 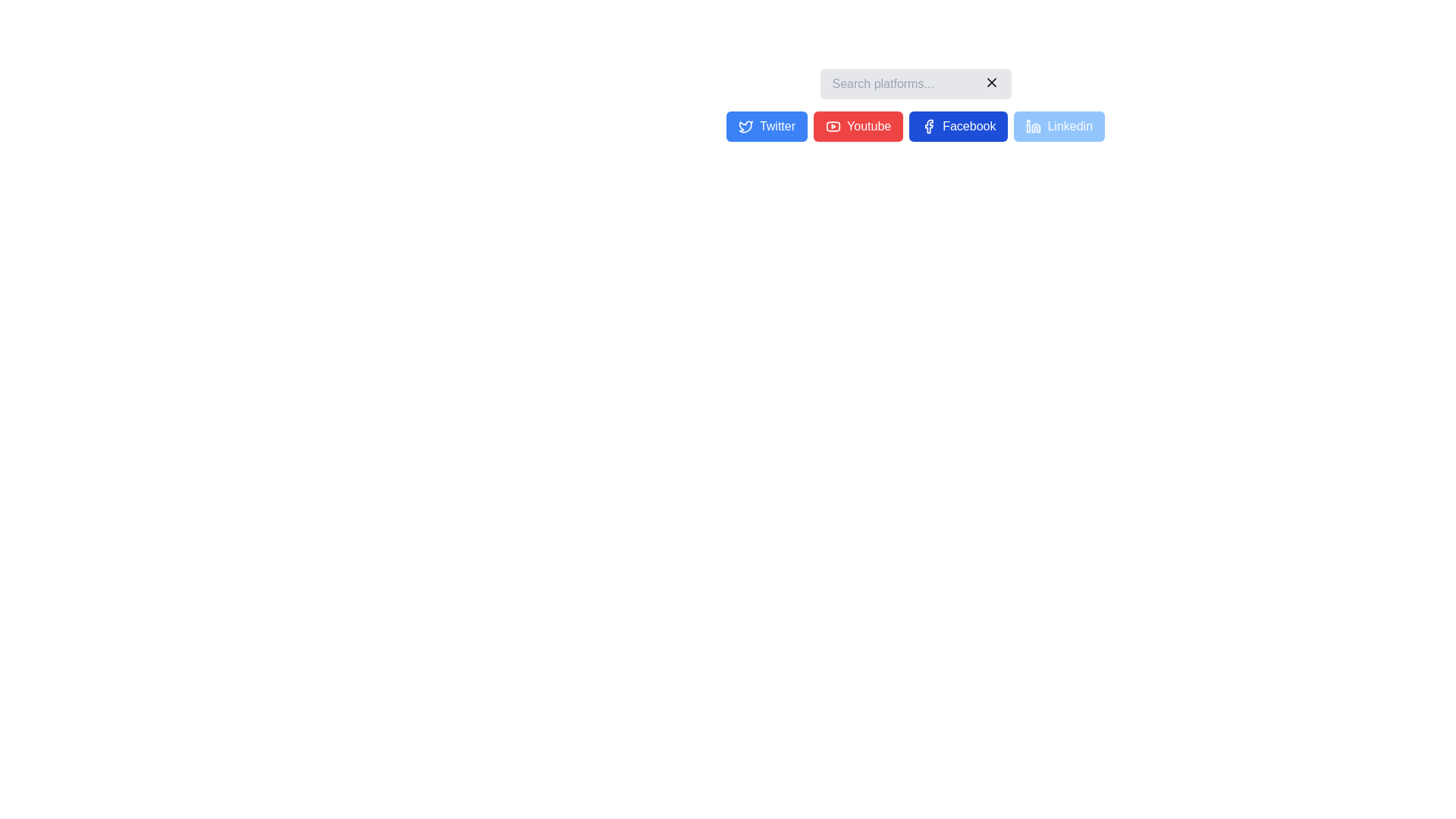 What do you see at coordinates (1033, 125) in the screenshot?
I see `the LinkedIn icon, which is a clickable component contained within a rounded button labeled 'Linkedin' located in the upper-right section of the interface` at bounding box center [1033, 125].